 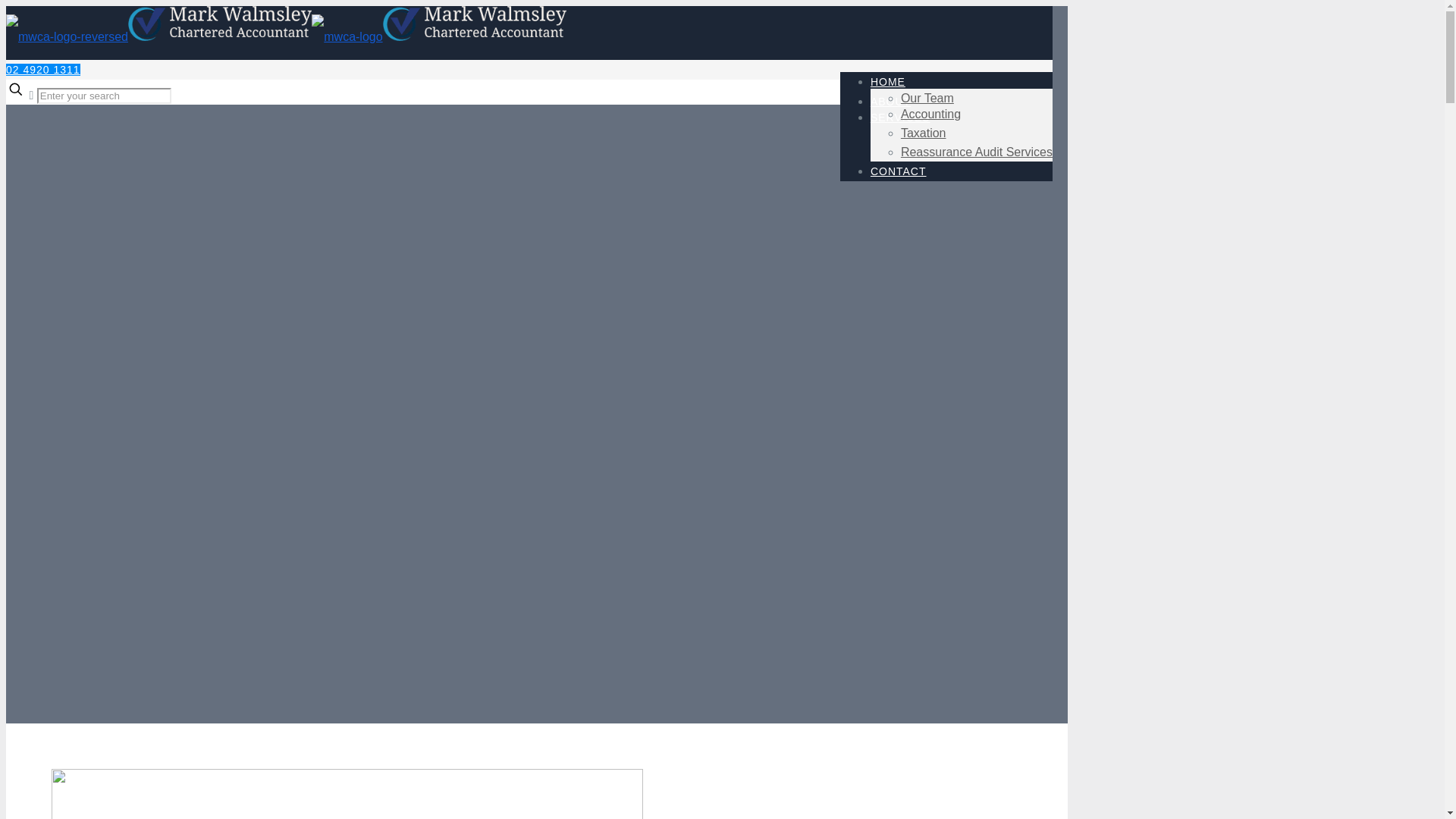 I want to click on 'HOME', so click(x=888, y=82).